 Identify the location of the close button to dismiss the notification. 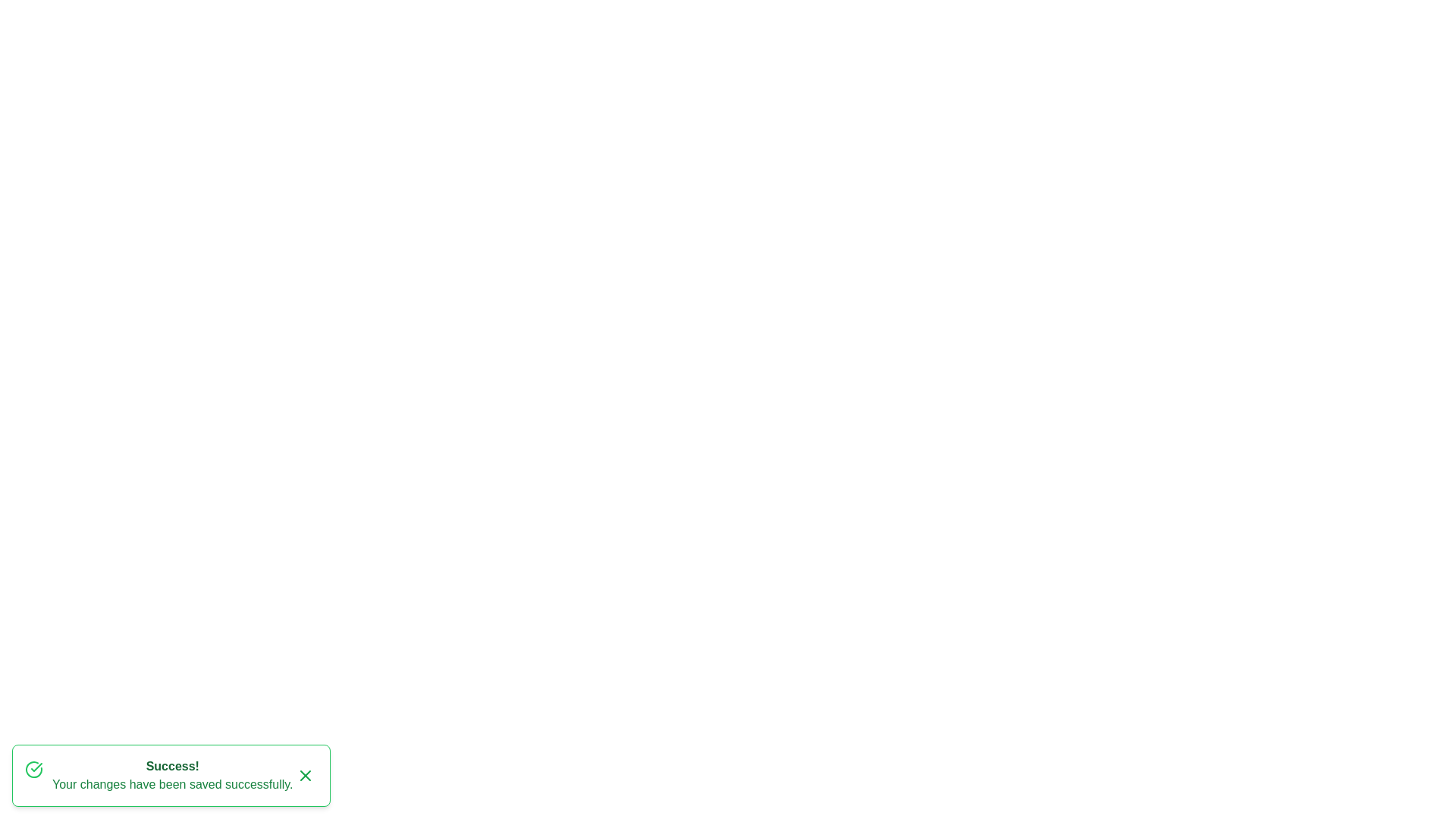
(304, 775).